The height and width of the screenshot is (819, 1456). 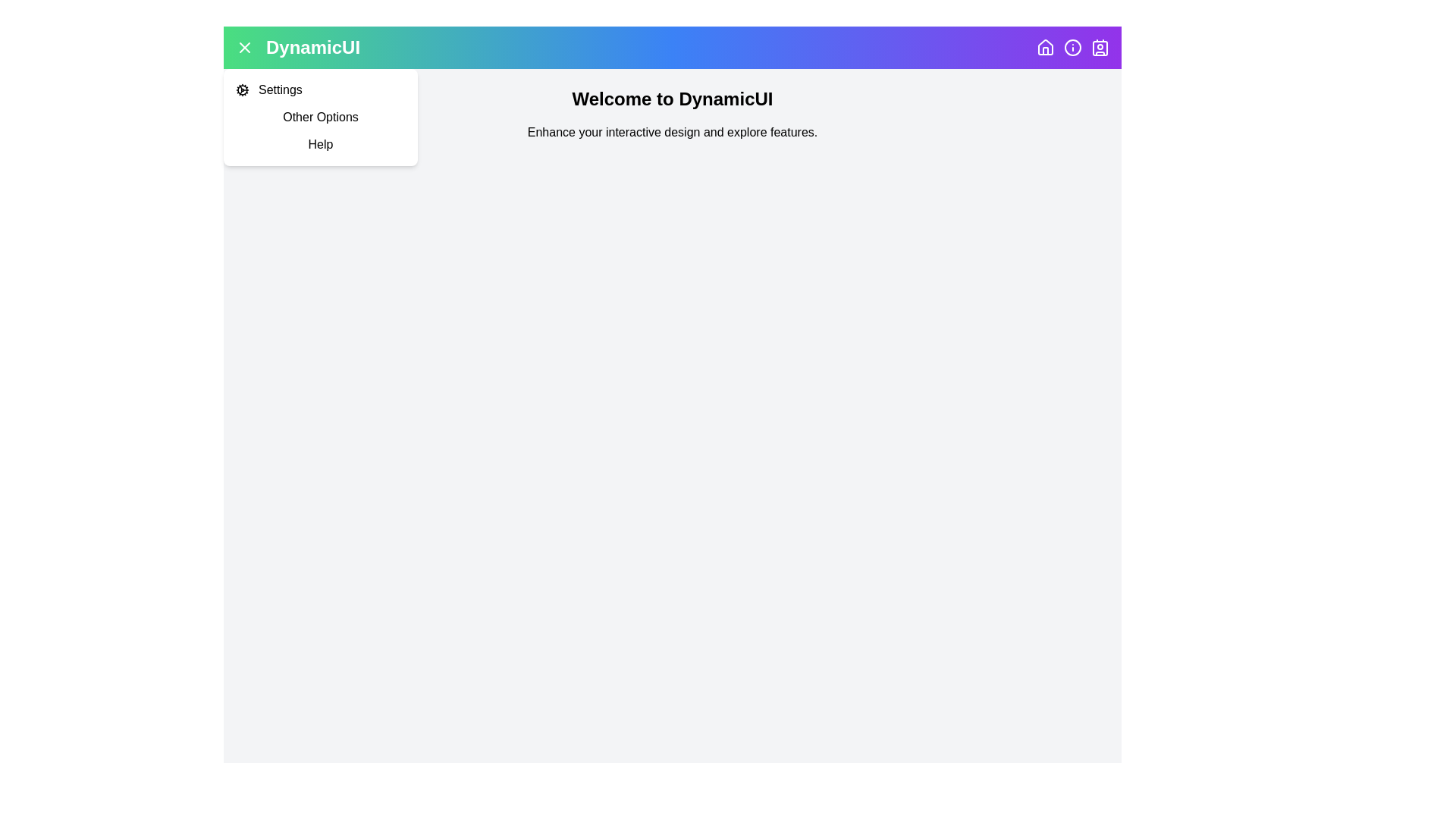 What do you see at coordinates (312, 46) in the screenshot?
I see `the 'DynamicUI' text label displayed in bold, white font on the colorful gradient banner near the top of the interface` at bounding box center [312, 46].